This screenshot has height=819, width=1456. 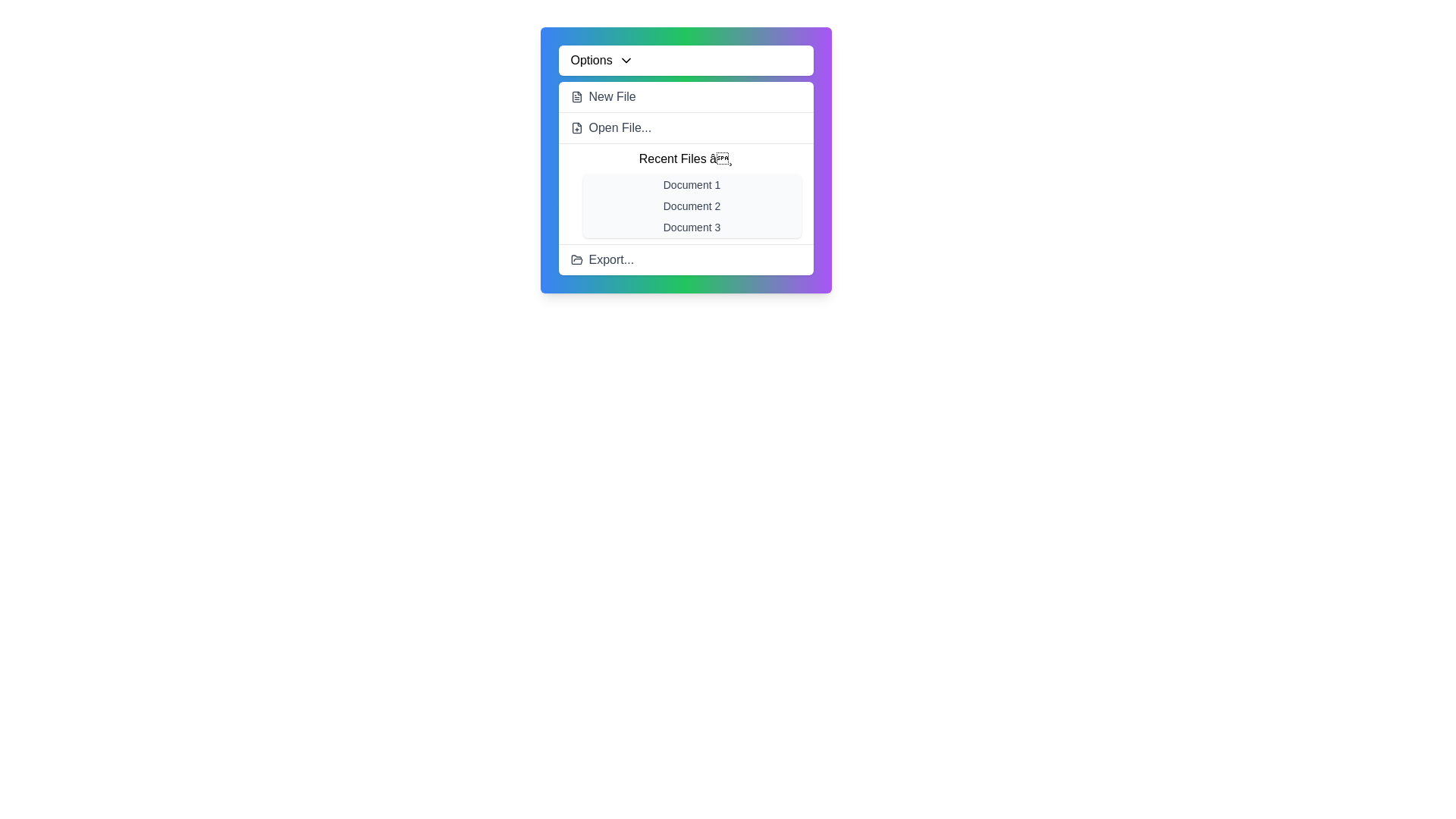 I want to click on the text label 'Document 2' to trigger the hover effect, so click(x=691, y=206).